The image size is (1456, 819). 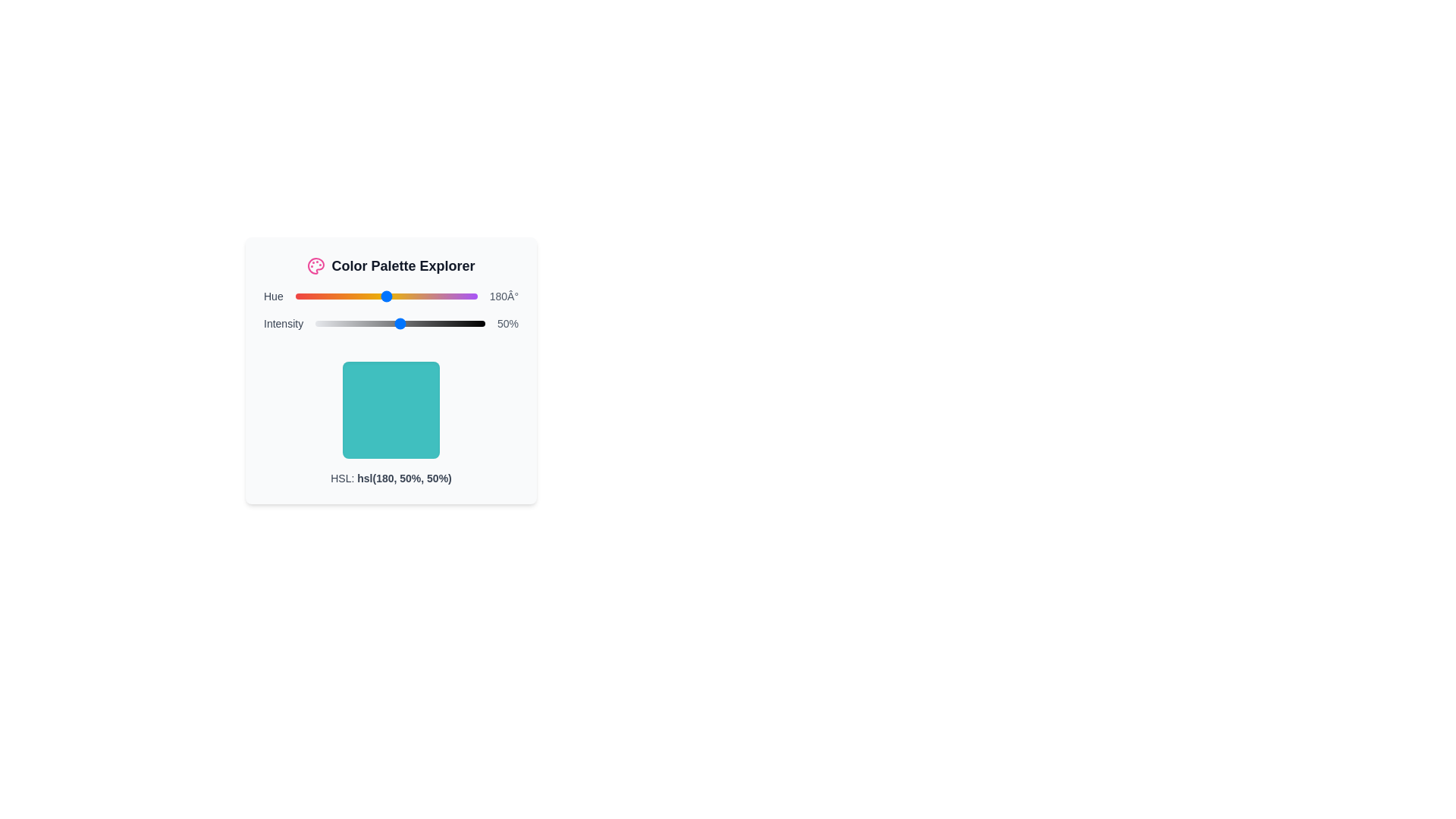 I want to click on the hue slider to set its value to 262, so click(x=427, y=296).